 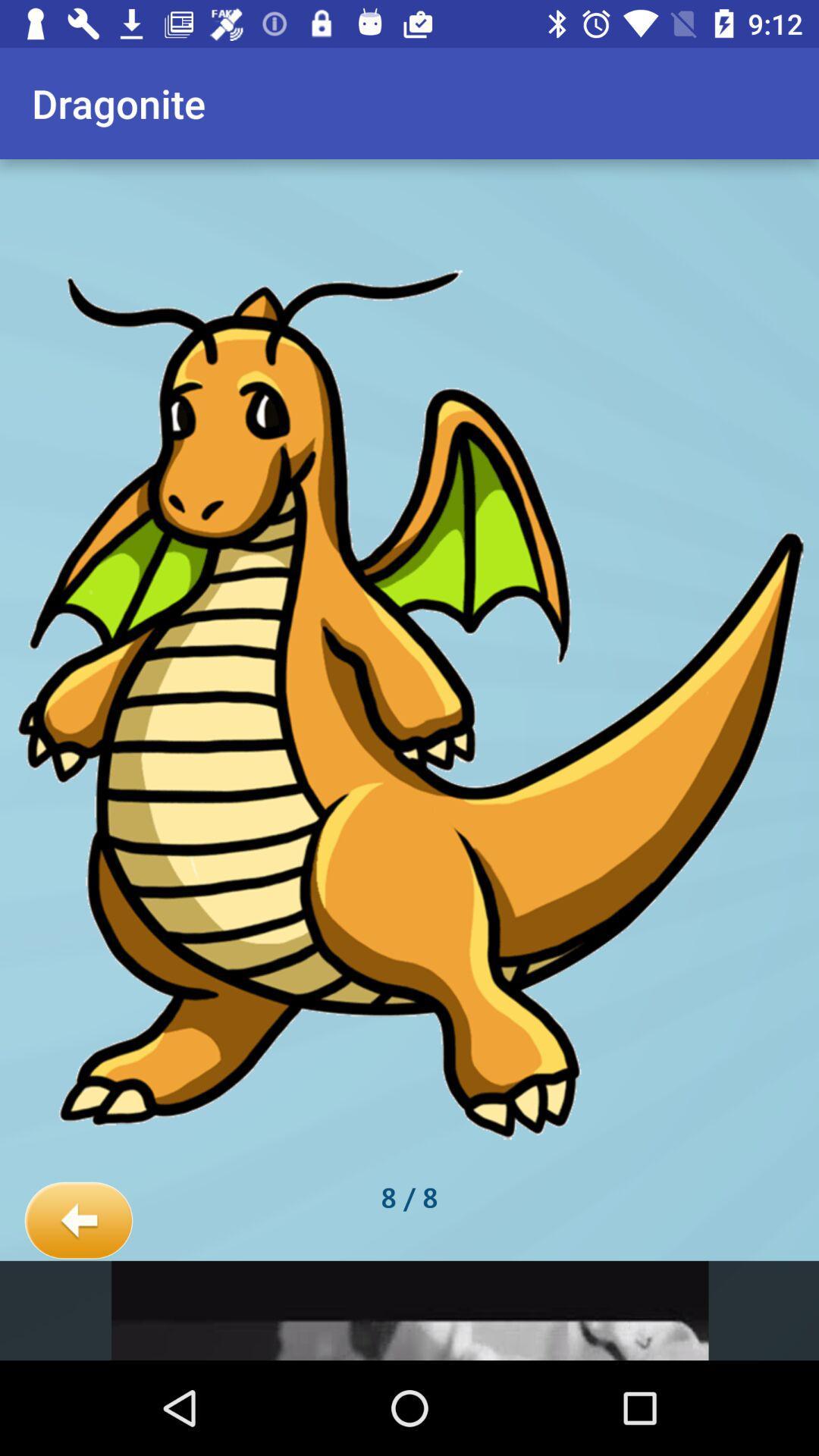 What do you see at coordinates (78, 1221) in the screenshot?
I see `the icon to the left of 8 / 8 item` at bounding box center [78, 1221].